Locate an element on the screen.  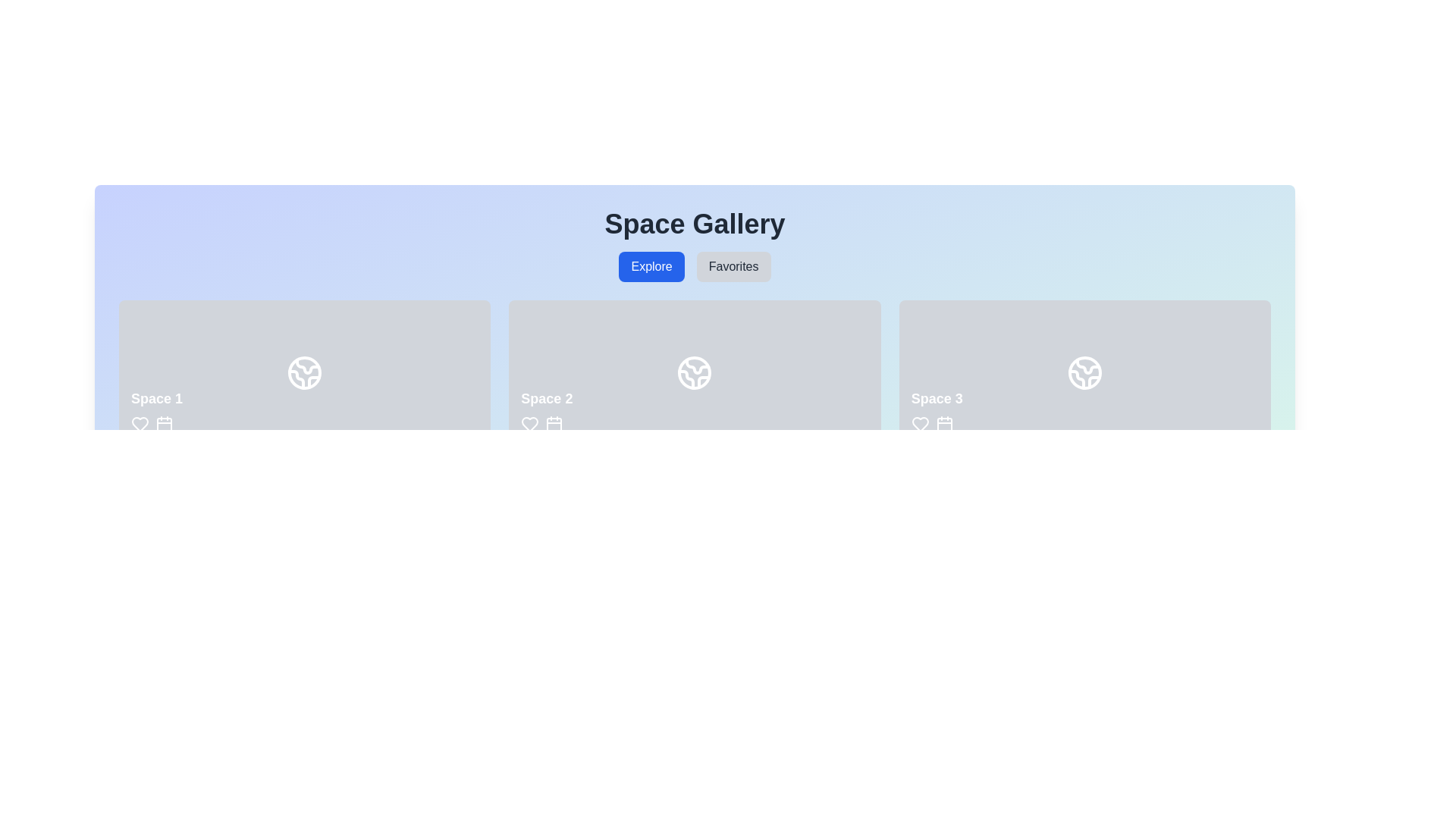
the primary text label located at the bottom-left corner of the third gray box under the main title 'Space Gallery' is located at coordinates (936, 397).